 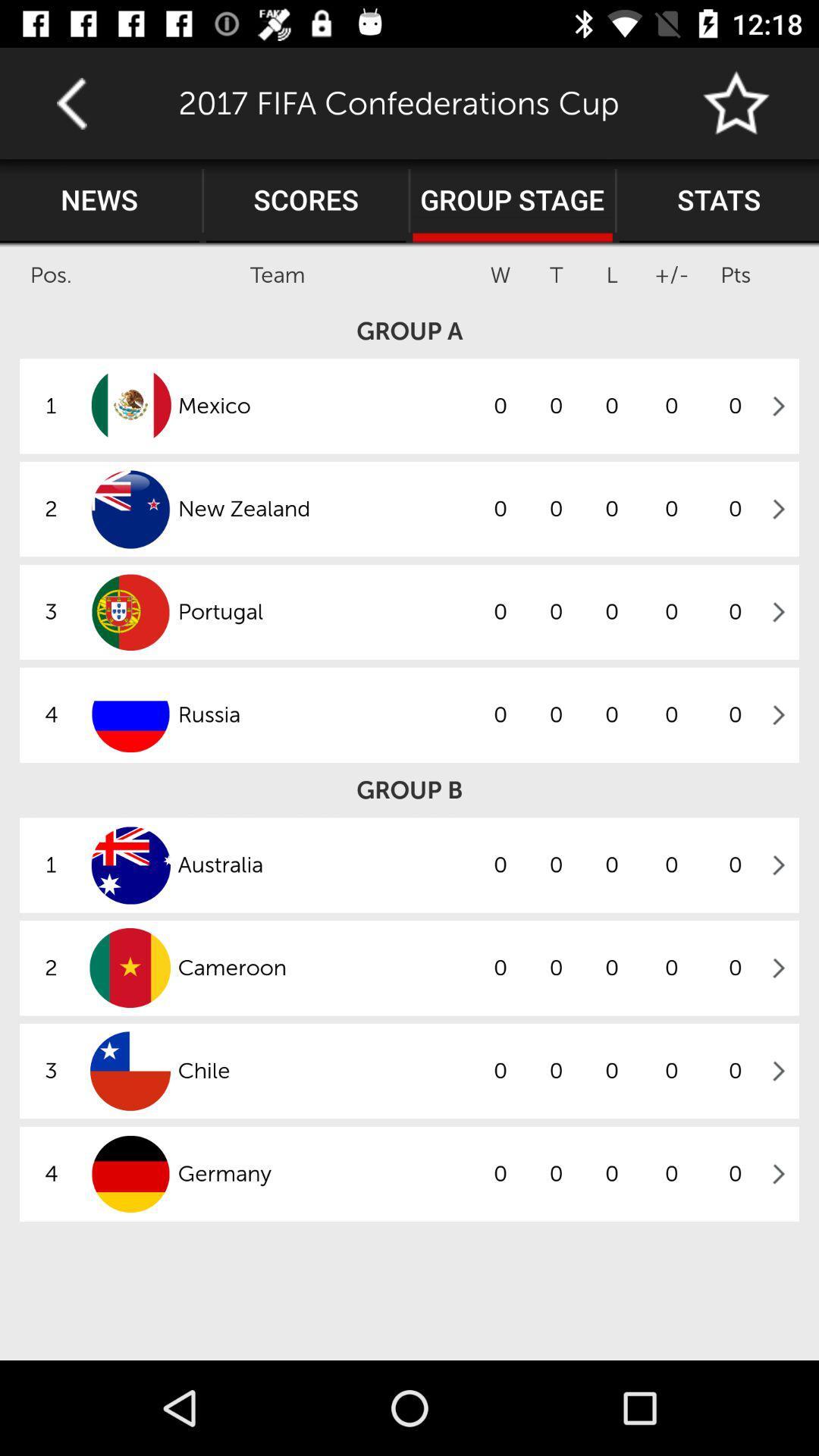 What do you see at coordinates (324, 967) in the screenshot?
I see `item to the left of the 0 icon` at bounding box center [324, 967].